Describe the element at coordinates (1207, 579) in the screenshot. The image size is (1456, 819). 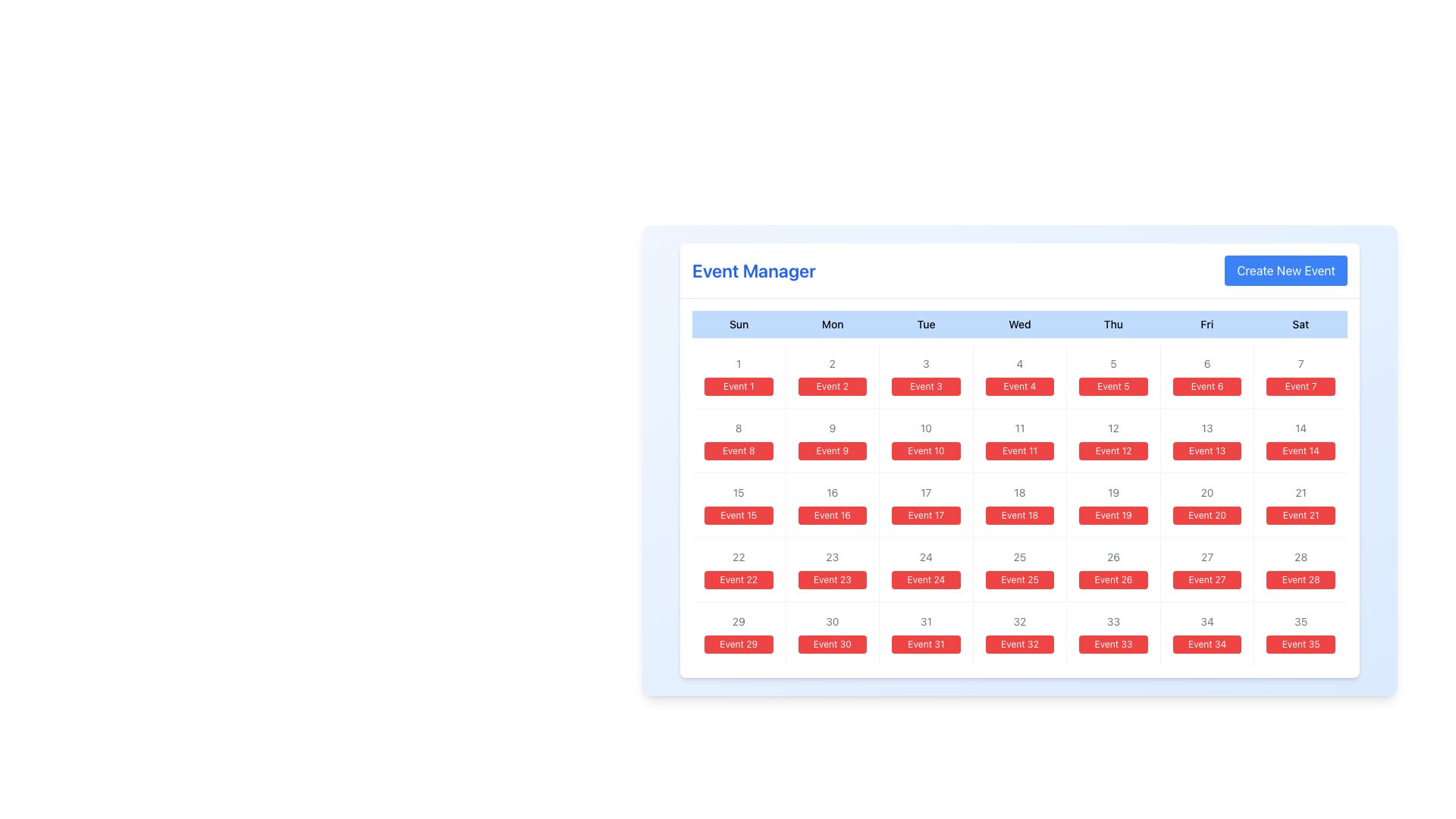
I see `the button-like label in the calendar view that indicates an event on the 27th day of the month` at that location.